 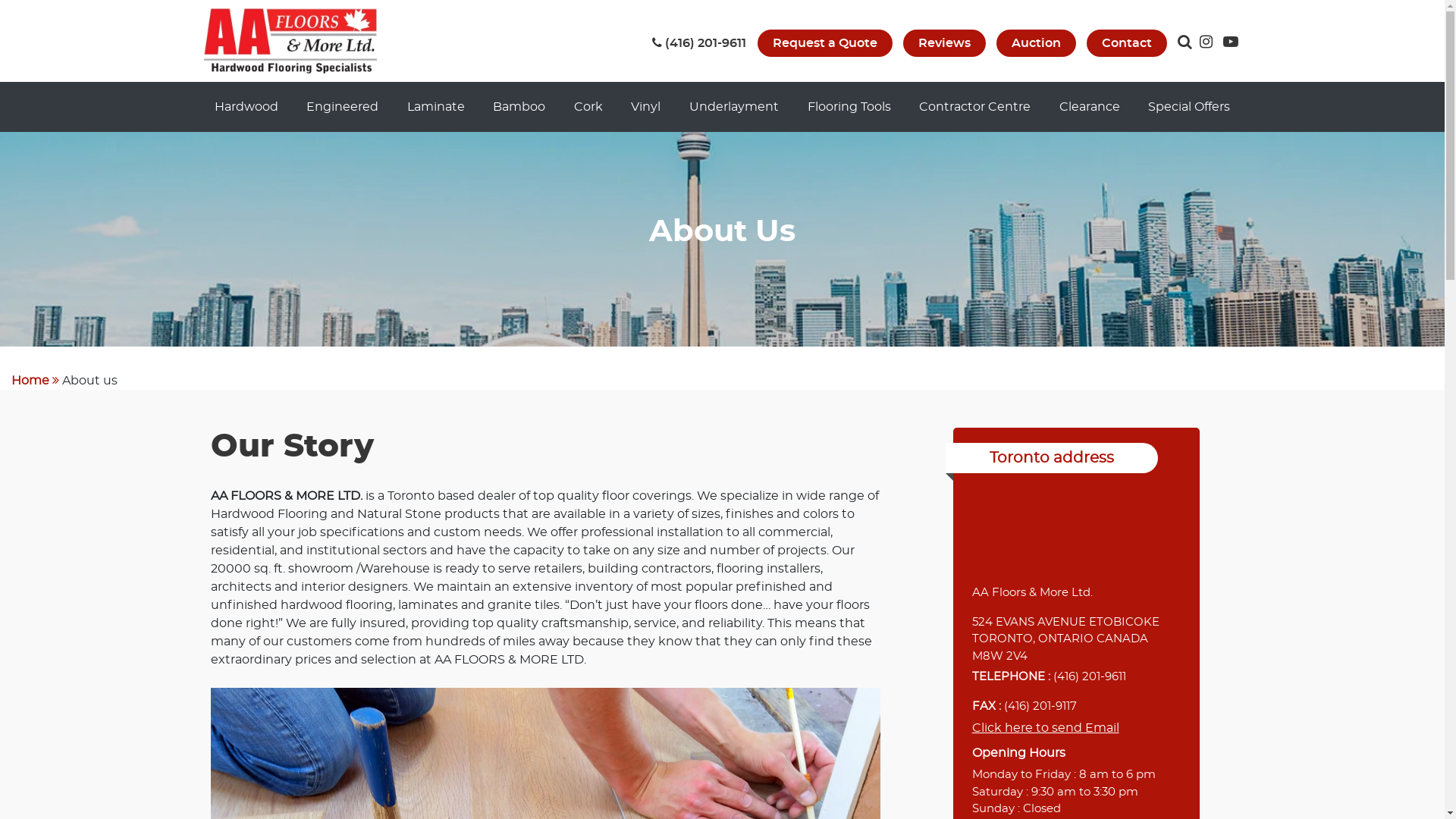 What do you see at coordinates (698, 42) in the screenshot?
I see `' (416) 201-9611'` at bounding box center [698, 42].